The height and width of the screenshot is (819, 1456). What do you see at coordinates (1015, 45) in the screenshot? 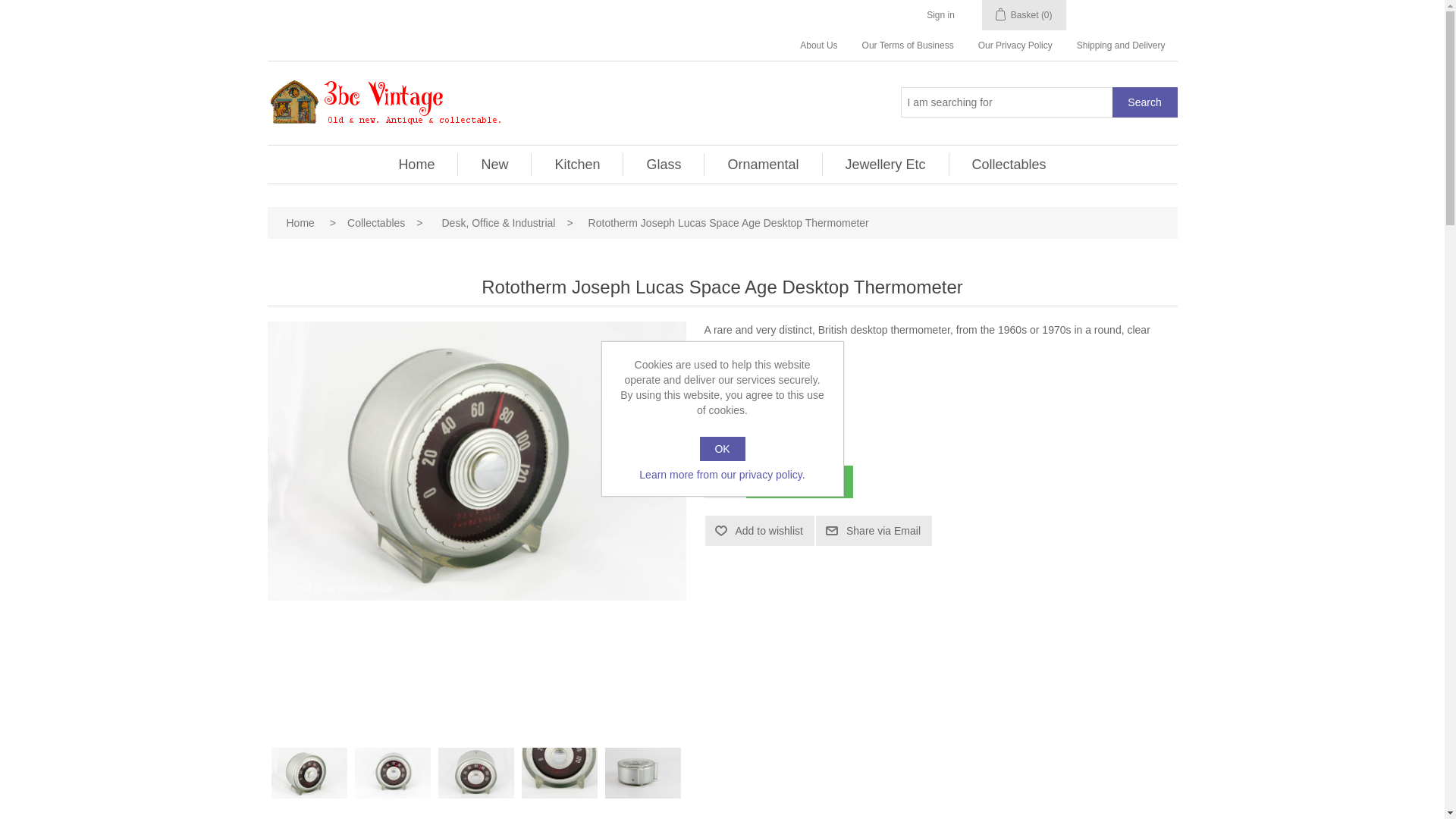
I see `'Our Privacy Policy'` at bounding box center [1015, 45].